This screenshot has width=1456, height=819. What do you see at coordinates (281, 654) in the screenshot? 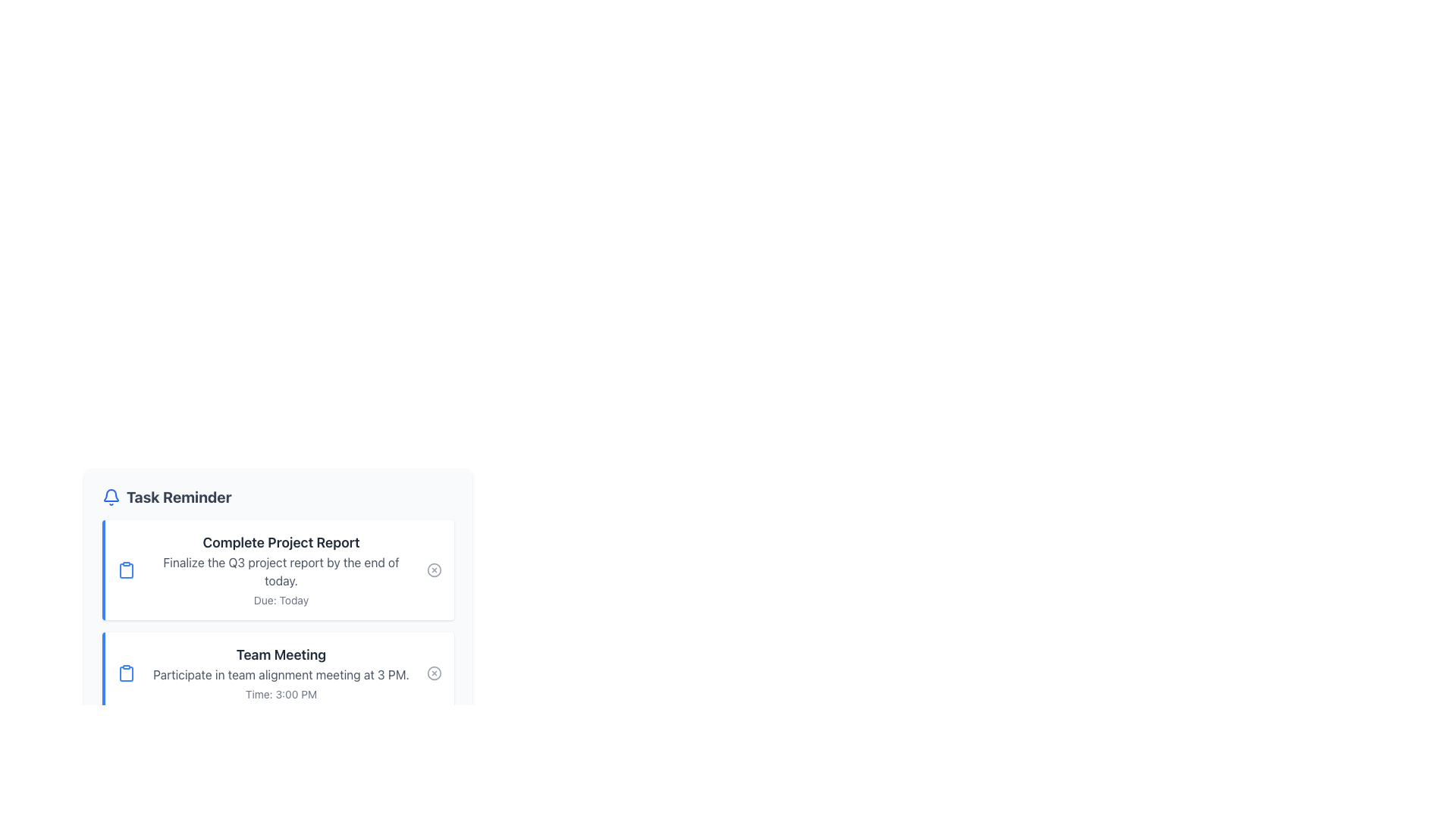
I see `the text label that serves as the title of the task in the 'Task Reminder' section, located below the 'Complete Project Report' task card` at bounding box center [281, 654].